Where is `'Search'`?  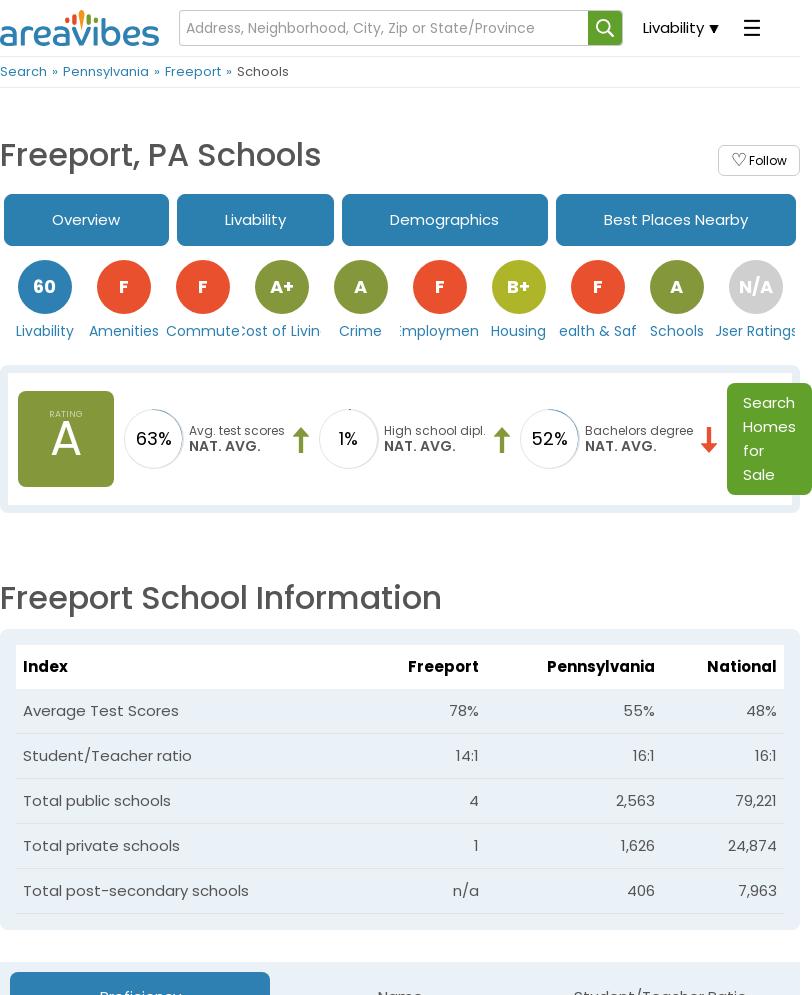
'Search' is located at coordinates (23, 70).